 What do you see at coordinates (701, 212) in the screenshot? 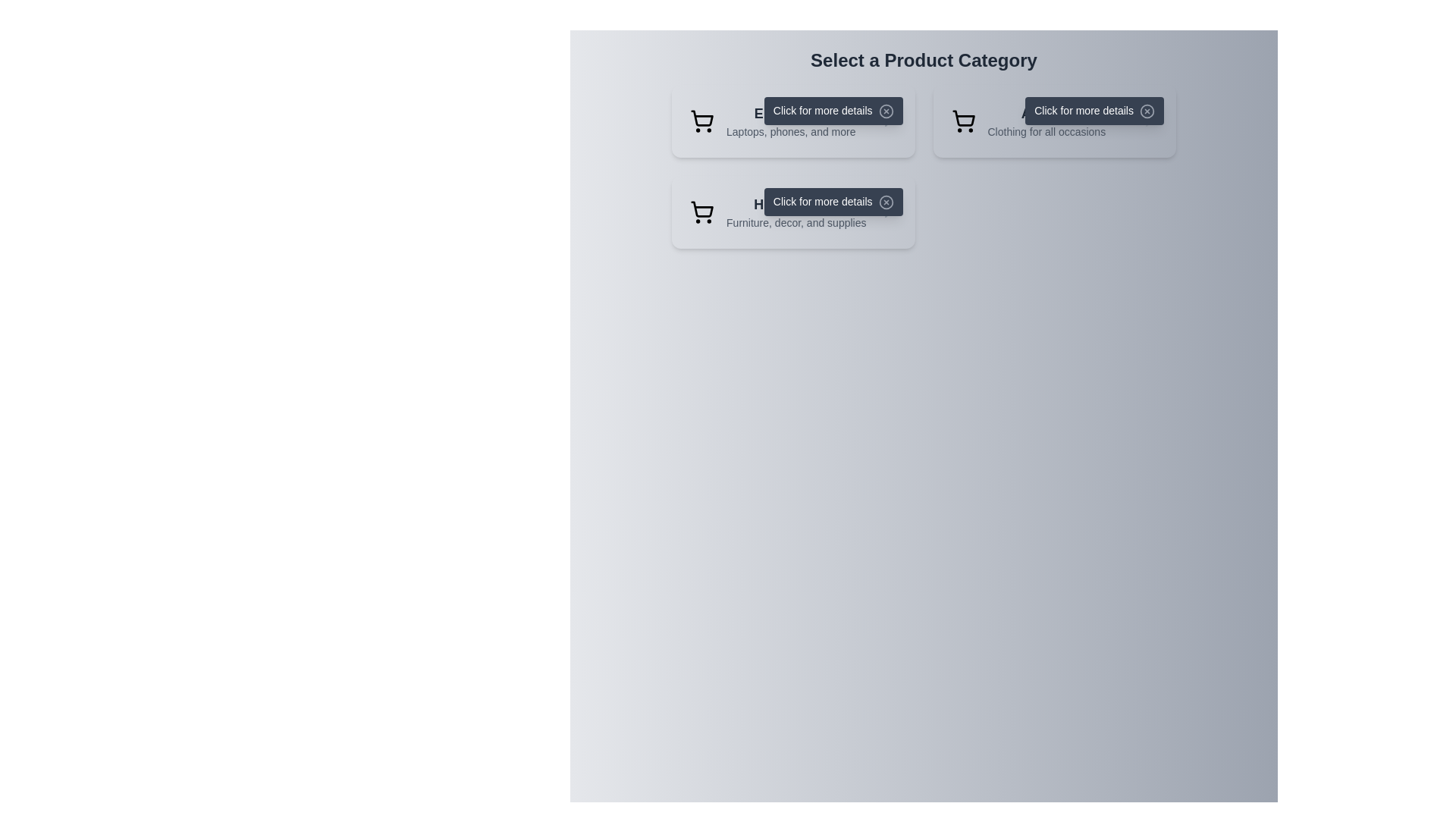
I see `the shopping cart icon which is styled with a dashed stroke pattern and located to the left of the 'Home Goods' text in the card layout for the 'Furniture, decor, and supplies' category` at bounding box center [701, 212].